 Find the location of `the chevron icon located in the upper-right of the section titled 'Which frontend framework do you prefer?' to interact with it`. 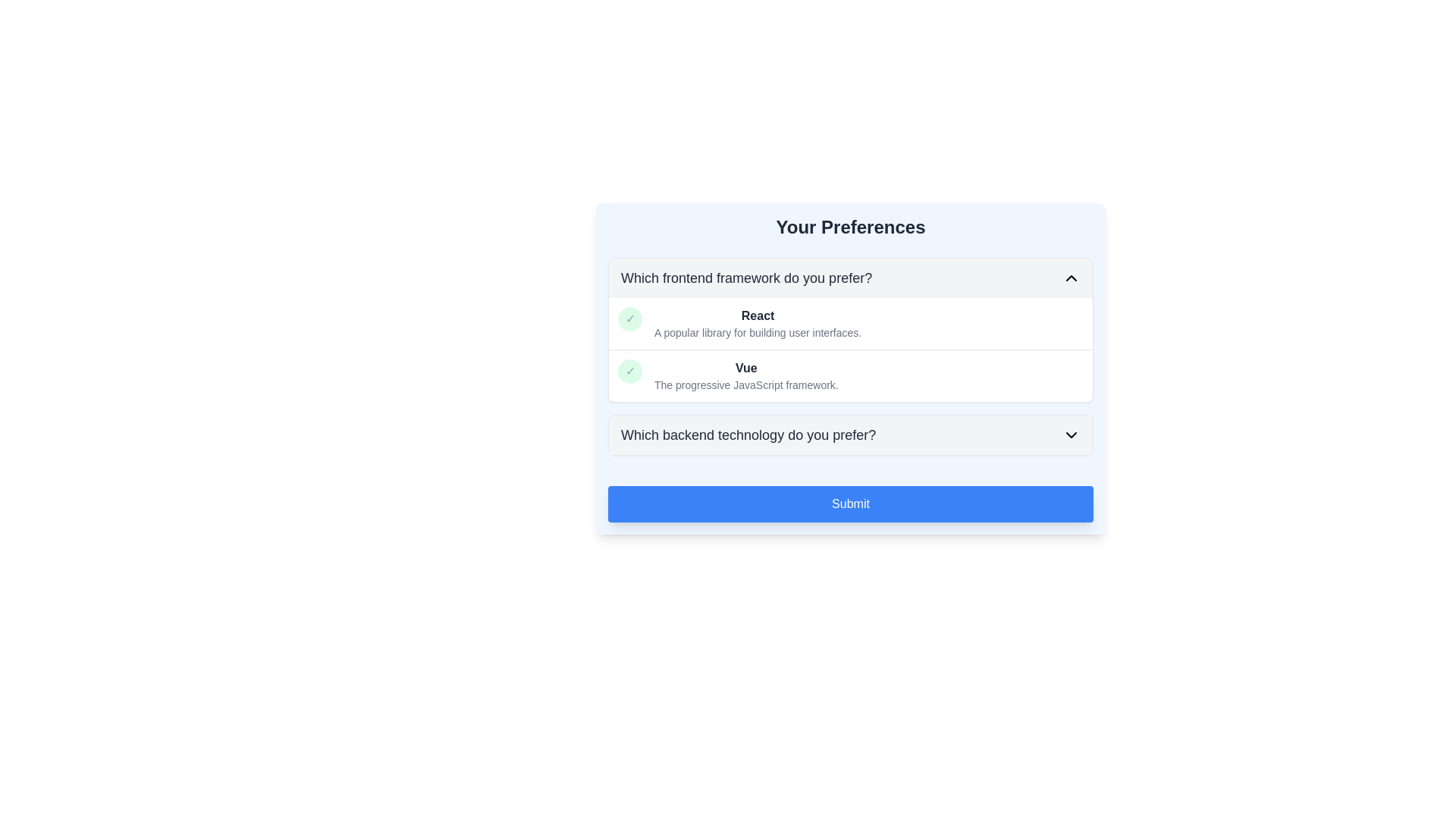

the chevron icon located in the upper-right of the section titled 'Which frontend framework do you prefer?' to interact with it is located at coordinates (1070, 278).